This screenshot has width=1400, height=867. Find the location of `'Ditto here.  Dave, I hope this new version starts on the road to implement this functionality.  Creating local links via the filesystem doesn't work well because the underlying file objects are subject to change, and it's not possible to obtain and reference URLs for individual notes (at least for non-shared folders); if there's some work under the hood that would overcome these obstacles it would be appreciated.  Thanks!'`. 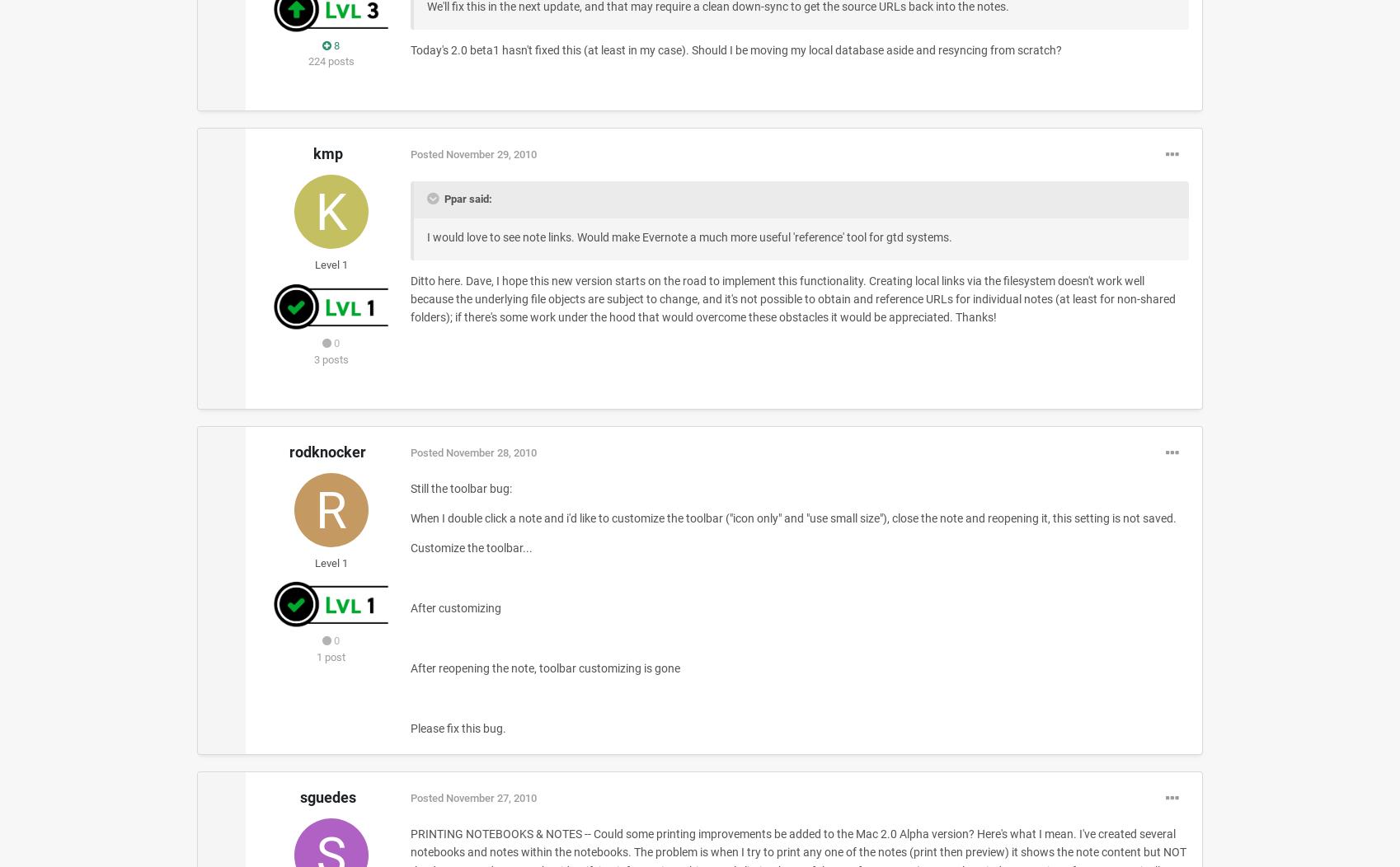

'Ditto here.  Dave, I hope this new version starts on the road to implement this functionality.  Creating local links via the filesystem doesn't work well because the underlying file objects are subject to change, and it's not possible to obtain and reference URLs for individual notes (at least for non-shared folders); if there's some work under the hood that would overcome these obstacles it would be appreciated.  Thanks!' is located at coordinates (409, 298).